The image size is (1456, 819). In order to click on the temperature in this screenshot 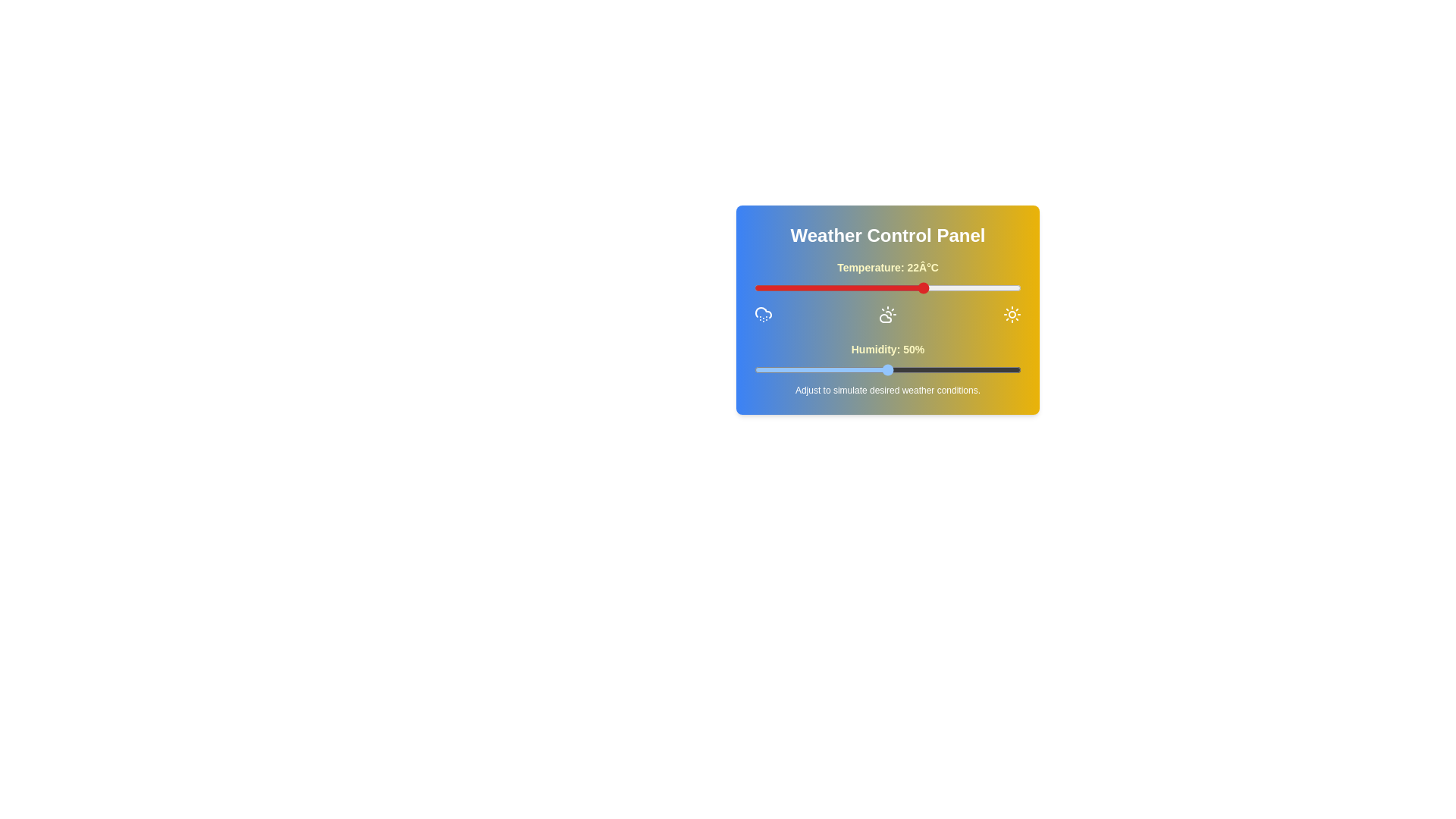, I will do `click(844, 288)`.